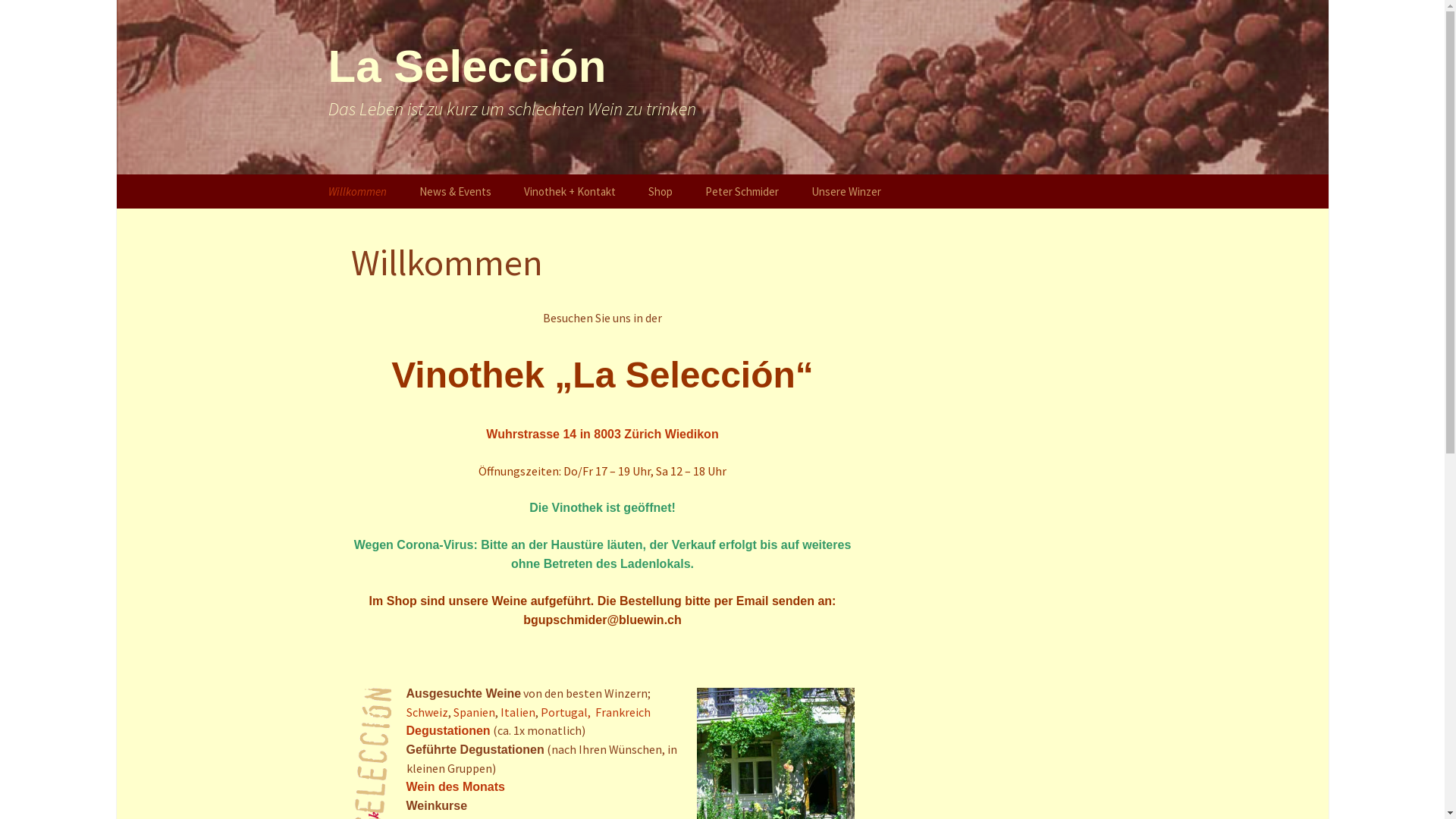 The height and width of the screenshot is (819, 1456). I want to click on 'Portugal, ', so click(539, 711).